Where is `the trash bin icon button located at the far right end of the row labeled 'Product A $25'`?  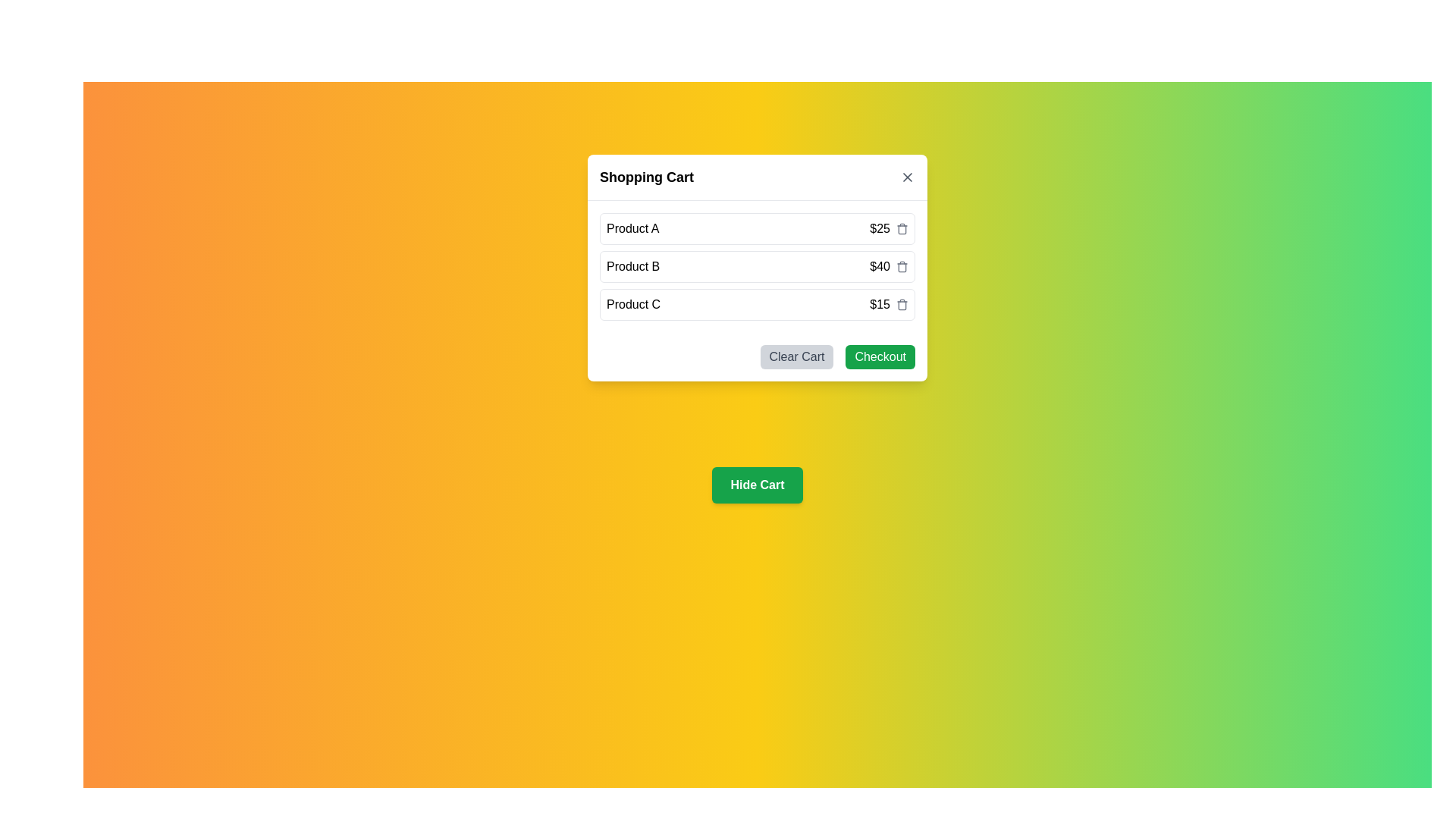
the trash bin icon button located at the far right end of the row labeled 'Product A $25' is located at coordinates (902, 228).